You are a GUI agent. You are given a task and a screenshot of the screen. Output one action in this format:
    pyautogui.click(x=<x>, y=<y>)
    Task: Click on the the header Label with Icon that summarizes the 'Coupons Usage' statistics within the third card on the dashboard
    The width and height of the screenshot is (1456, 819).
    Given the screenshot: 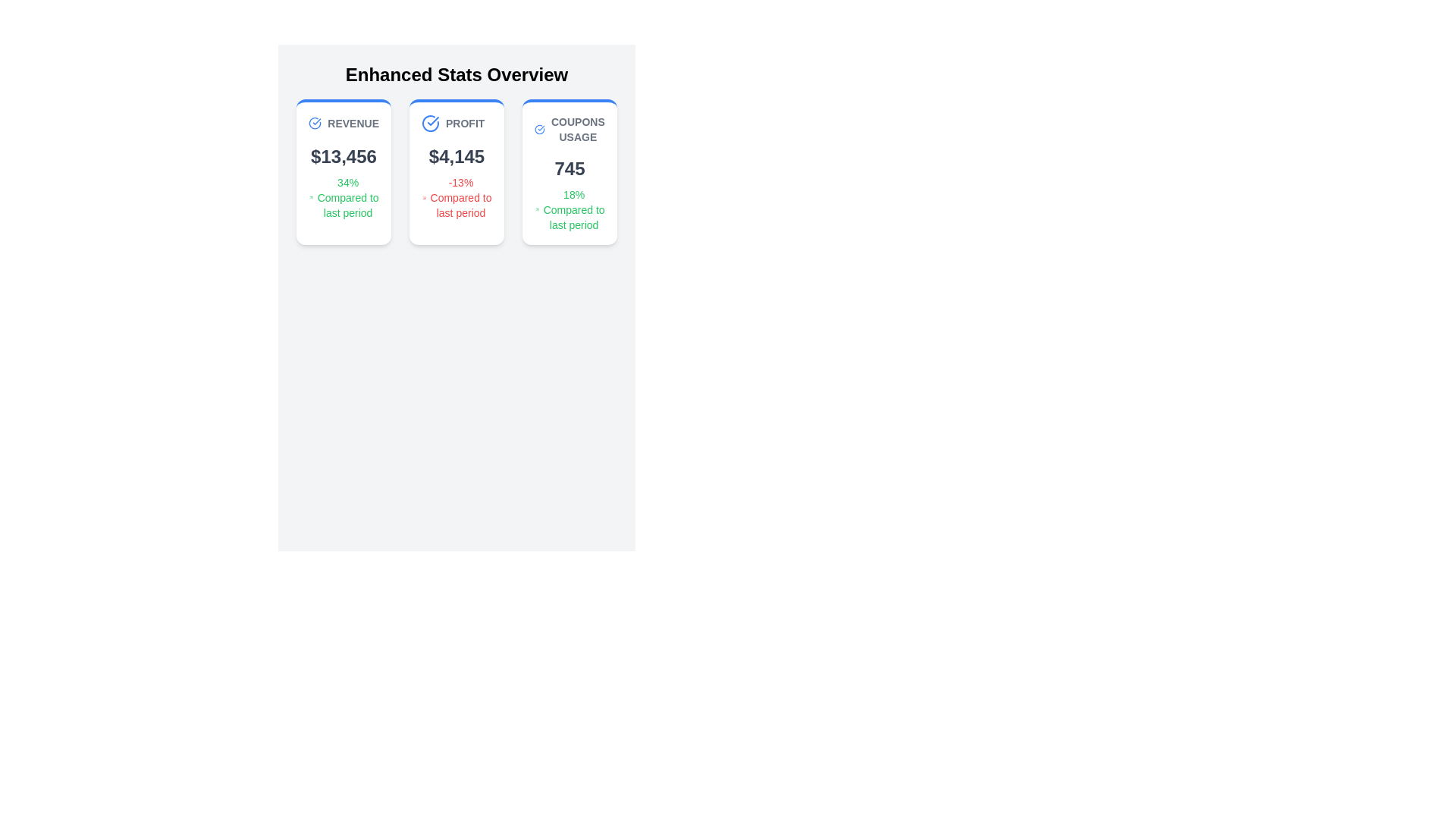 What is the action you would take?
    pyautogui.click(x=569, y=128)
    